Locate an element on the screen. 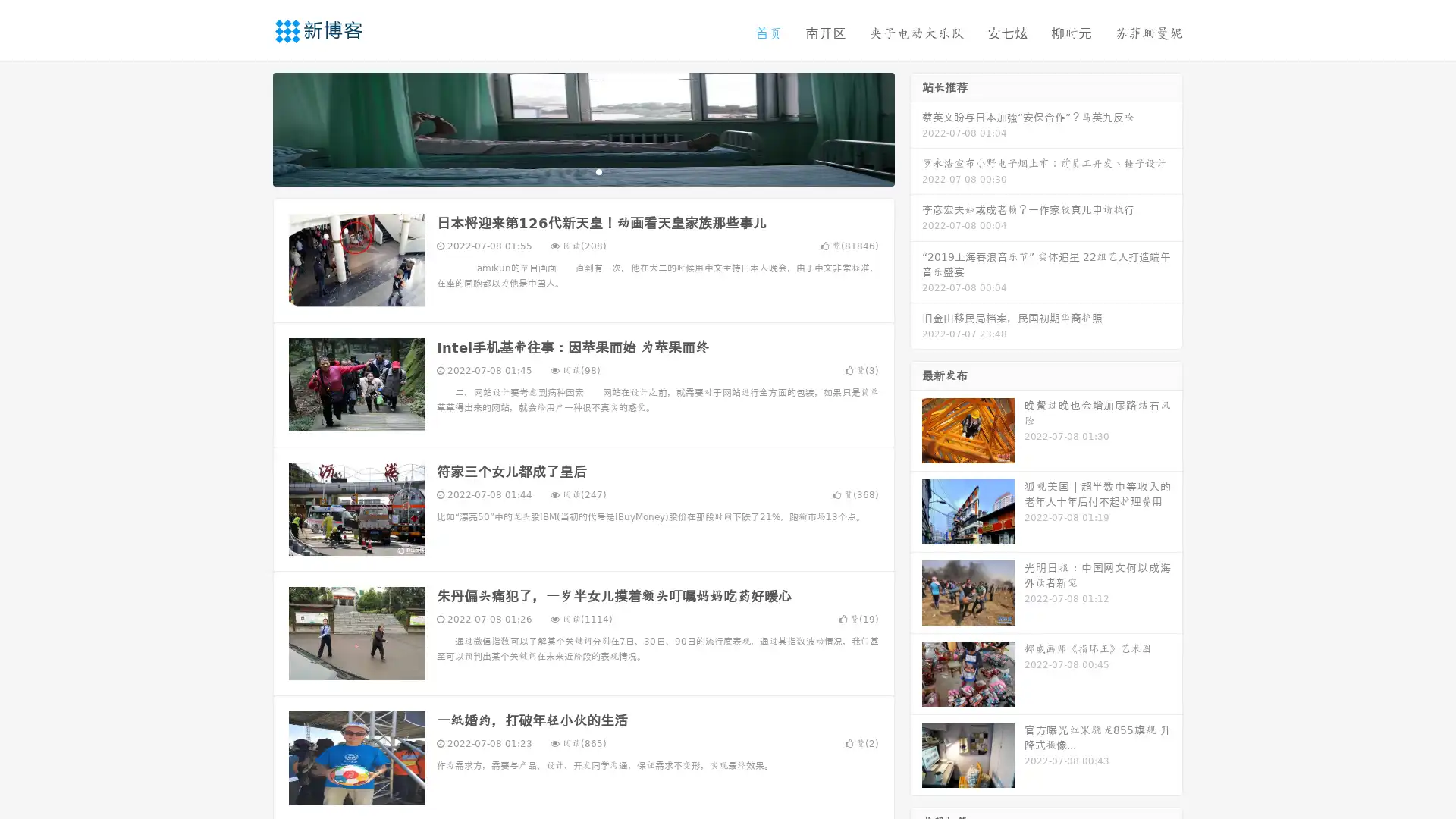 Image resolution: width=1456 pixels, height=819 pixels. Go to slide 3 is located at coordinates (598, 171).